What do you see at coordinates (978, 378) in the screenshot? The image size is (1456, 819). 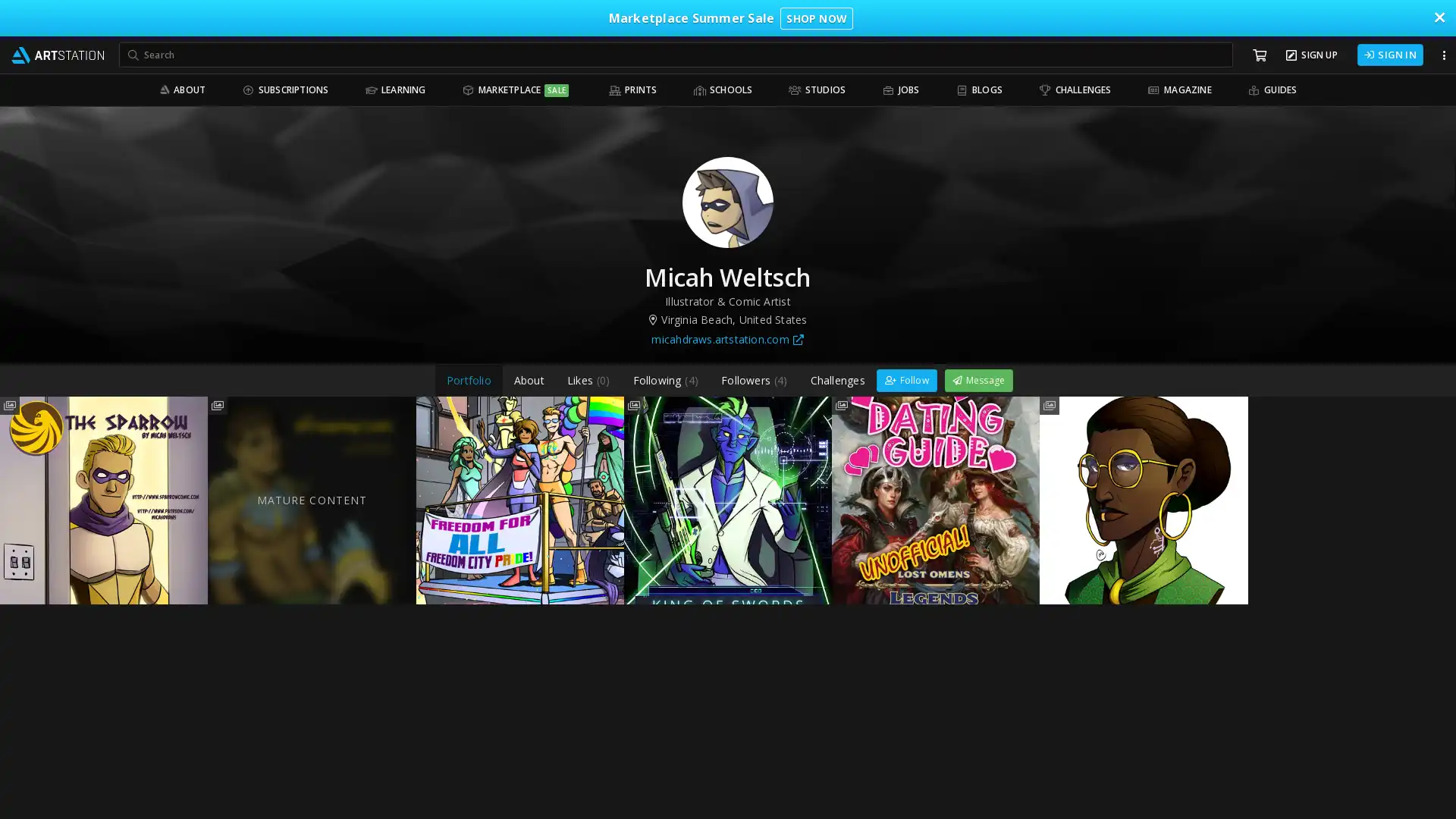 I see `Message` at bounding box center [978, 378].